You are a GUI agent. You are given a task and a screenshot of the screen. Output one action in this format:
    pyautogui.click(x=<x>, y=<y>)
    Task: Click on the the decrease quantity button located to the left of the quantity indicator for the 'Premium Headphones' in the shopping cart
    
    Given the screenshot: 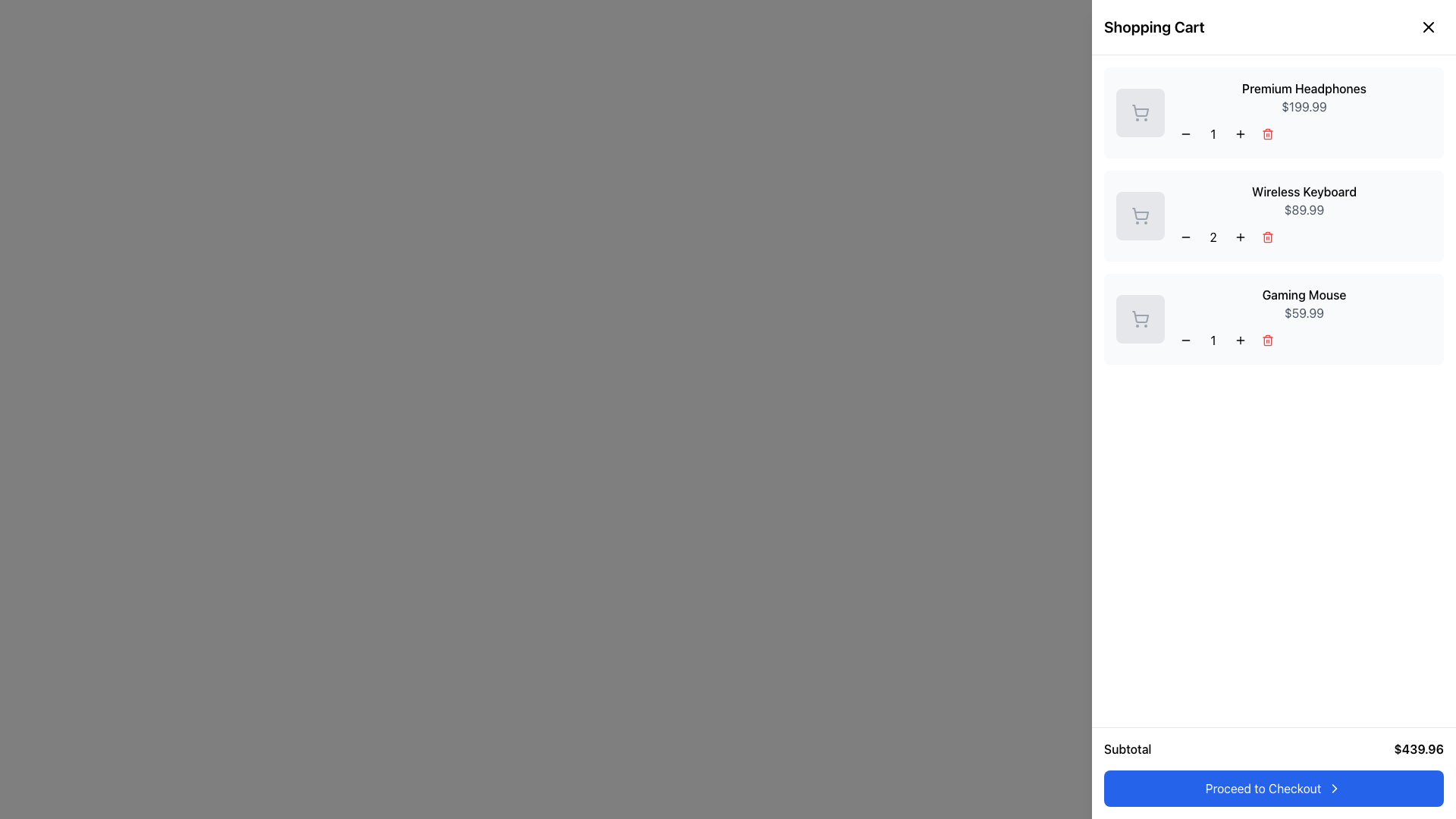 What is the action you would take?
    pyautogui.click(x=1185, y=133)
    